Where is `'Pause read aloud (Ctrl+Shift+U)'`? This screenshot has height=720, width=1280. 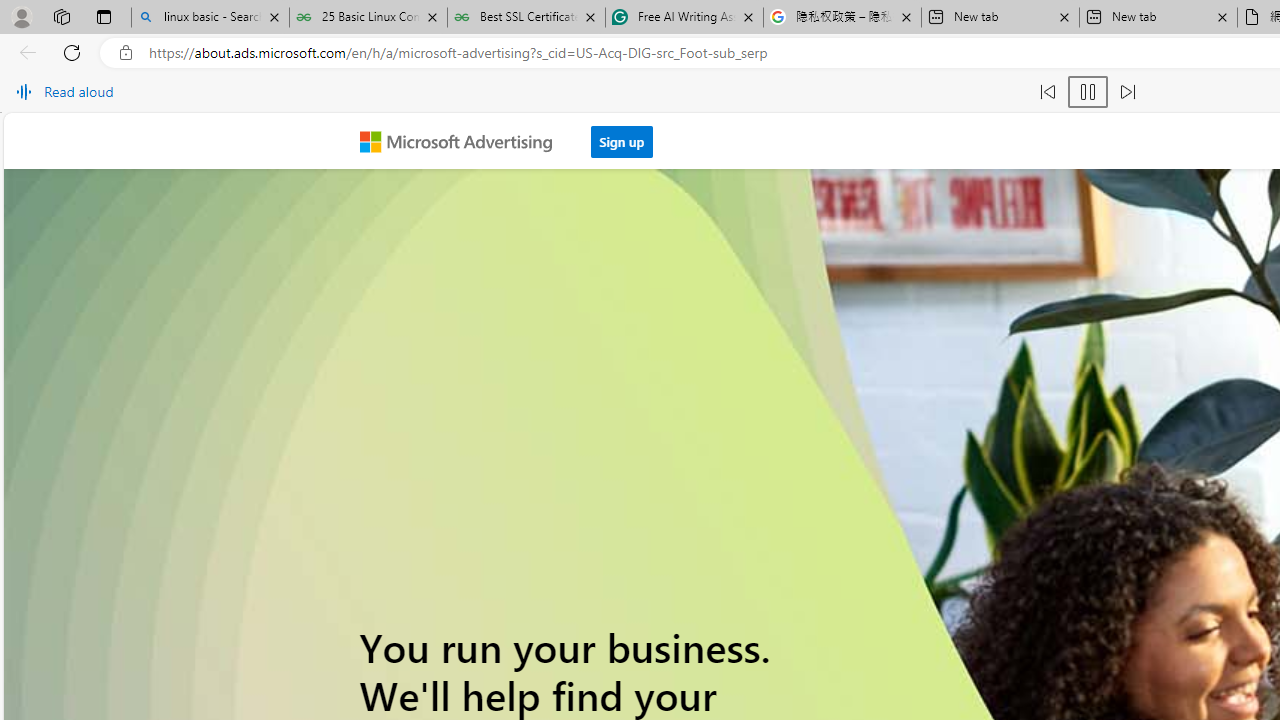
'Pause read aloud (Ctrl+Shift+U)' is located at coordinates (1087, 92).